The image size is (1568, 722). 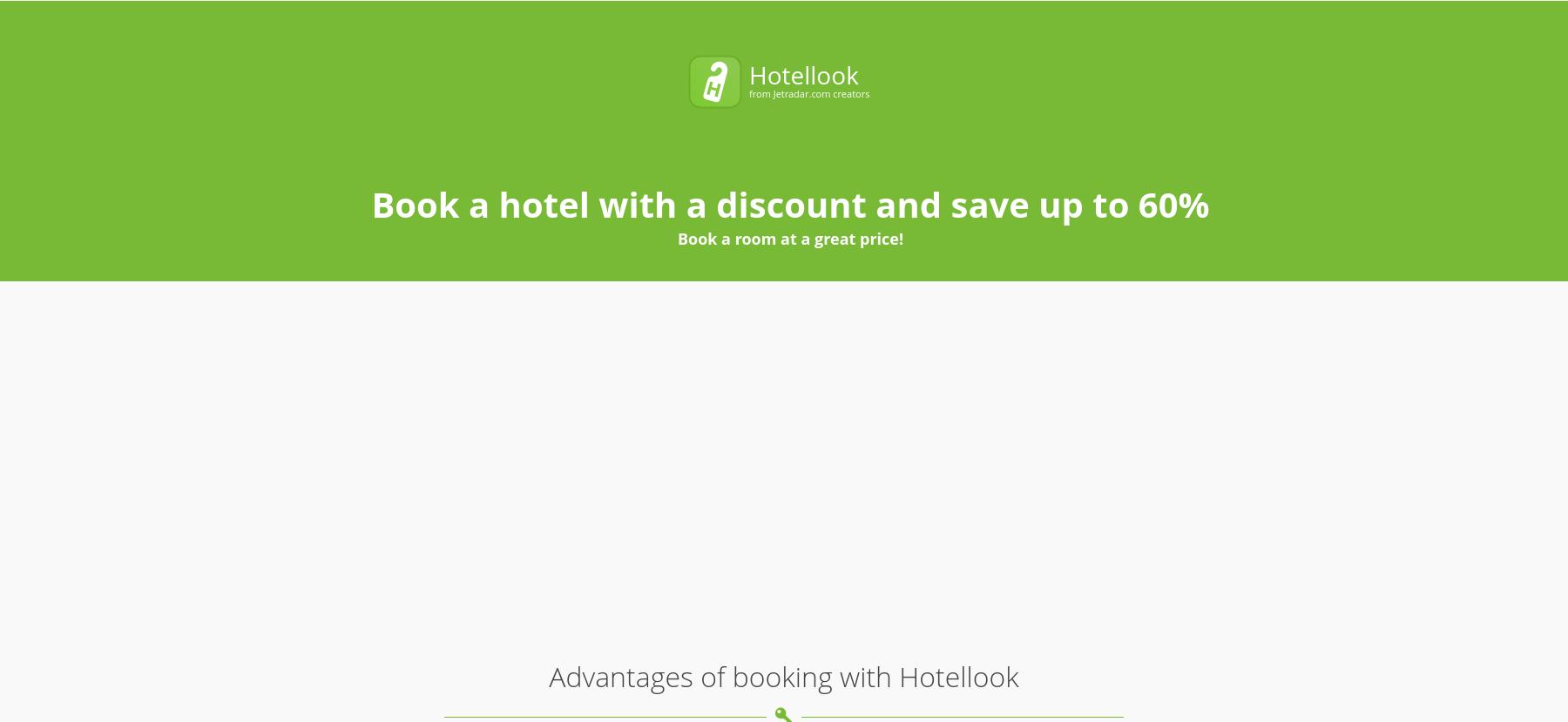 What do you see at coordinates (422, 205) in the screenshot?
I see `'We compare room prices from 70 different hotel booking services, enabling you to pick the most affordable offers that are not even listed on each service separately'` at bounding box center [422, 205].